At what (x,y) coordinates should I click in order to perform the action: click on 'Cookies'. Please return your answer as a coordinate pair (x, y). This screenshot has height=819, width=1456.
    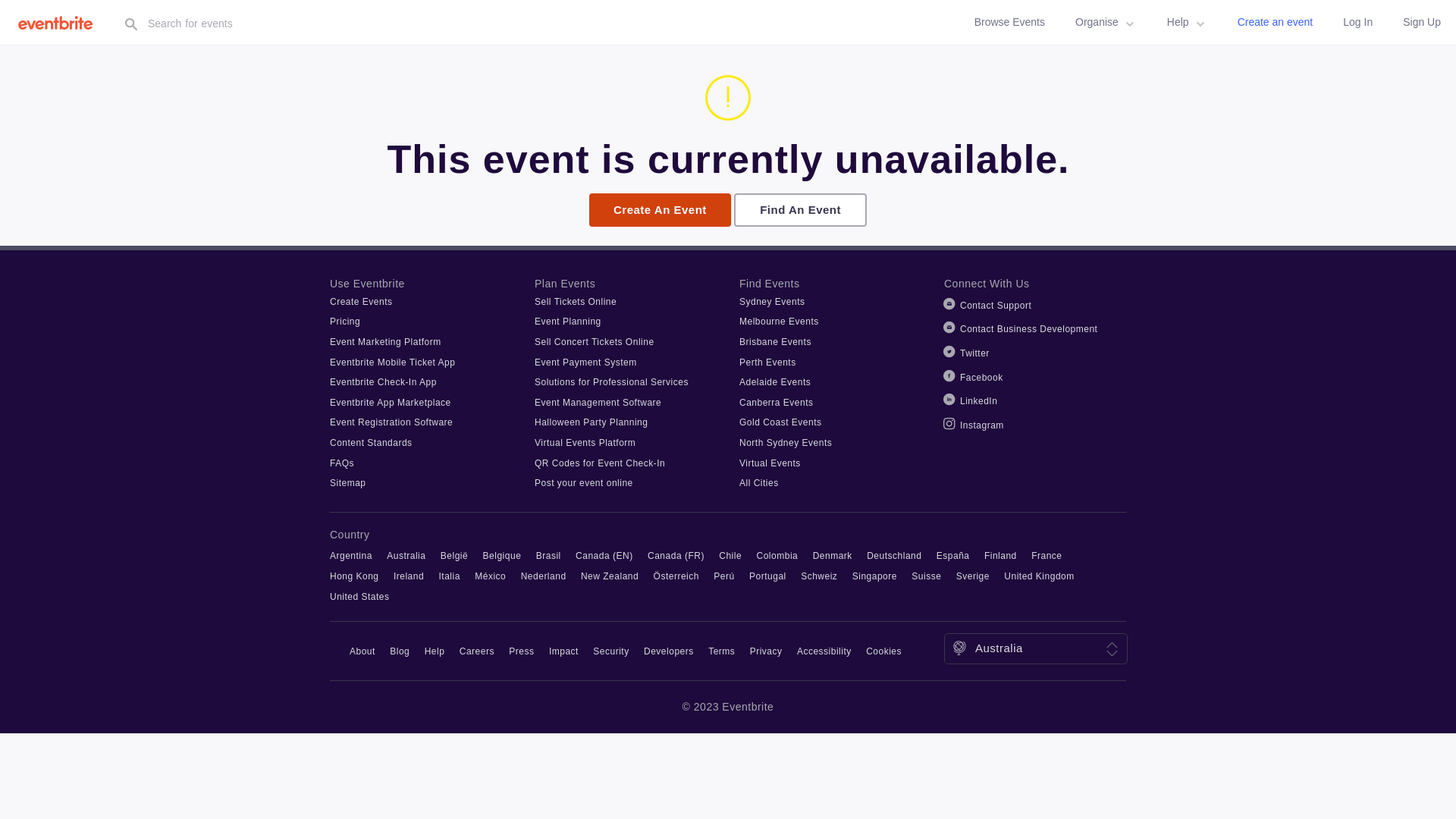
    Looking at the image, I should click on (883, 651).